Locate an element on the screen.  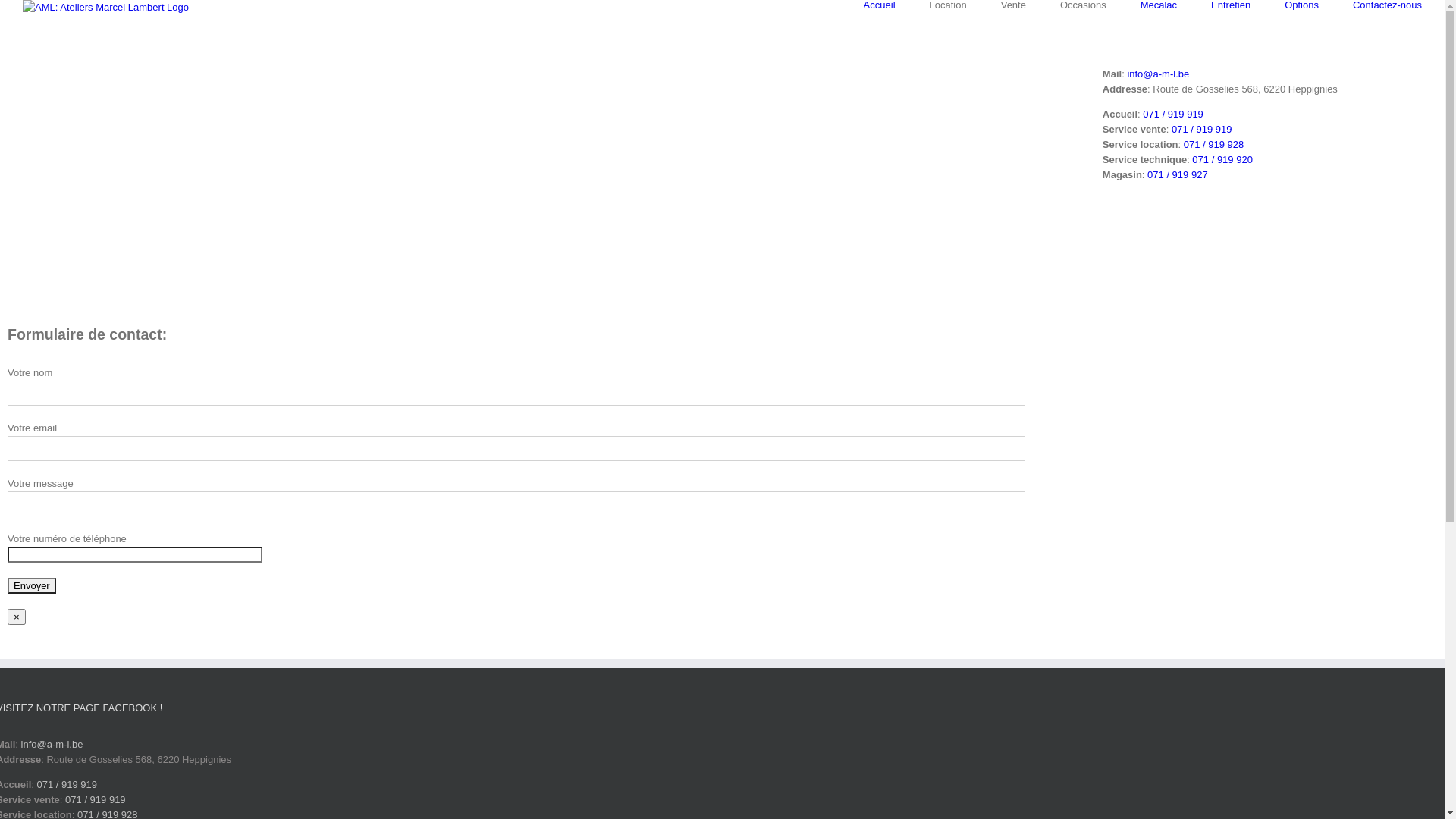
'Vente' is located at coordinates (1013, 5).